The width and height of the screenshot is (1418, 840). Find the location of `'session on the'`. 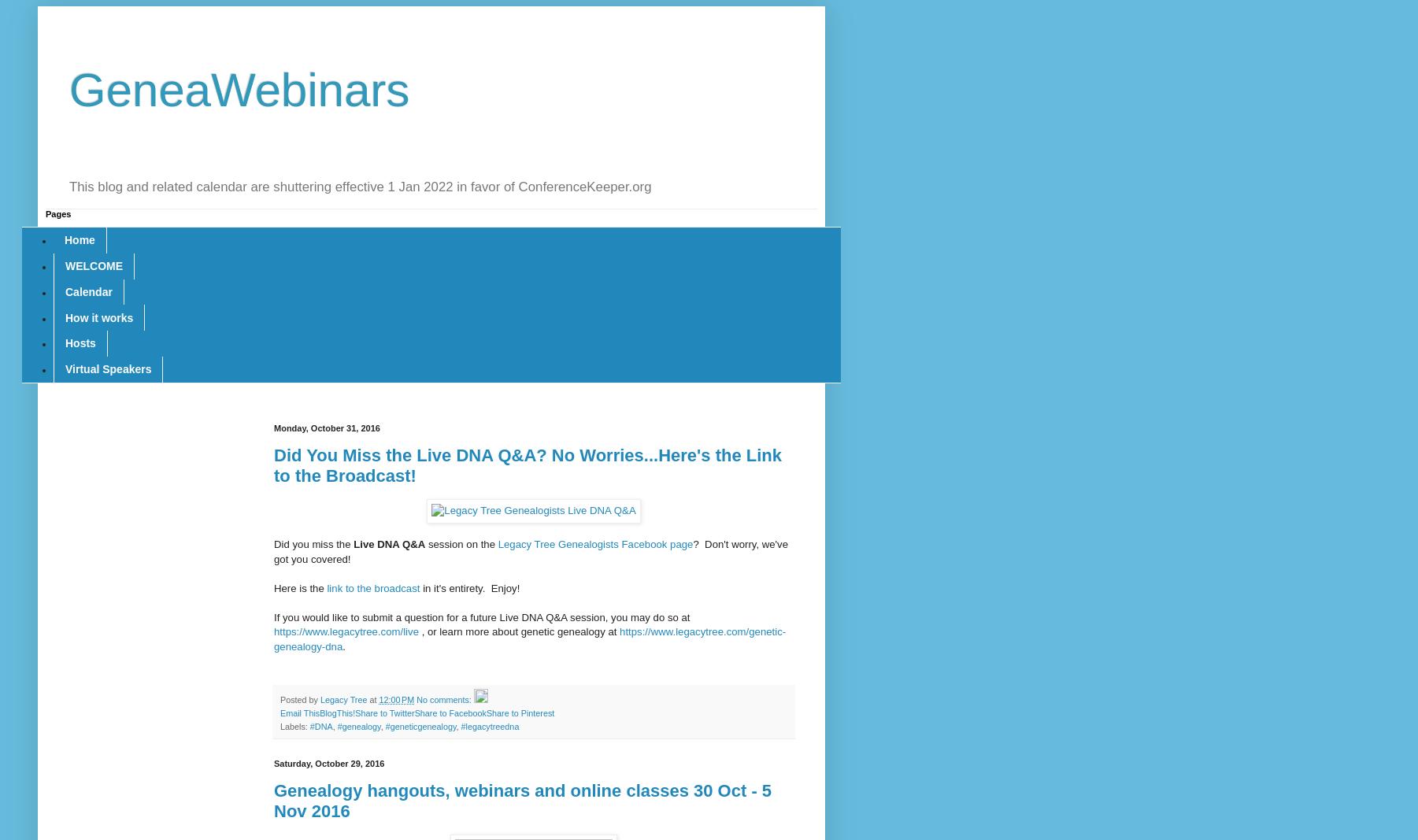

'session on the' is located at coordinates (460, 544).